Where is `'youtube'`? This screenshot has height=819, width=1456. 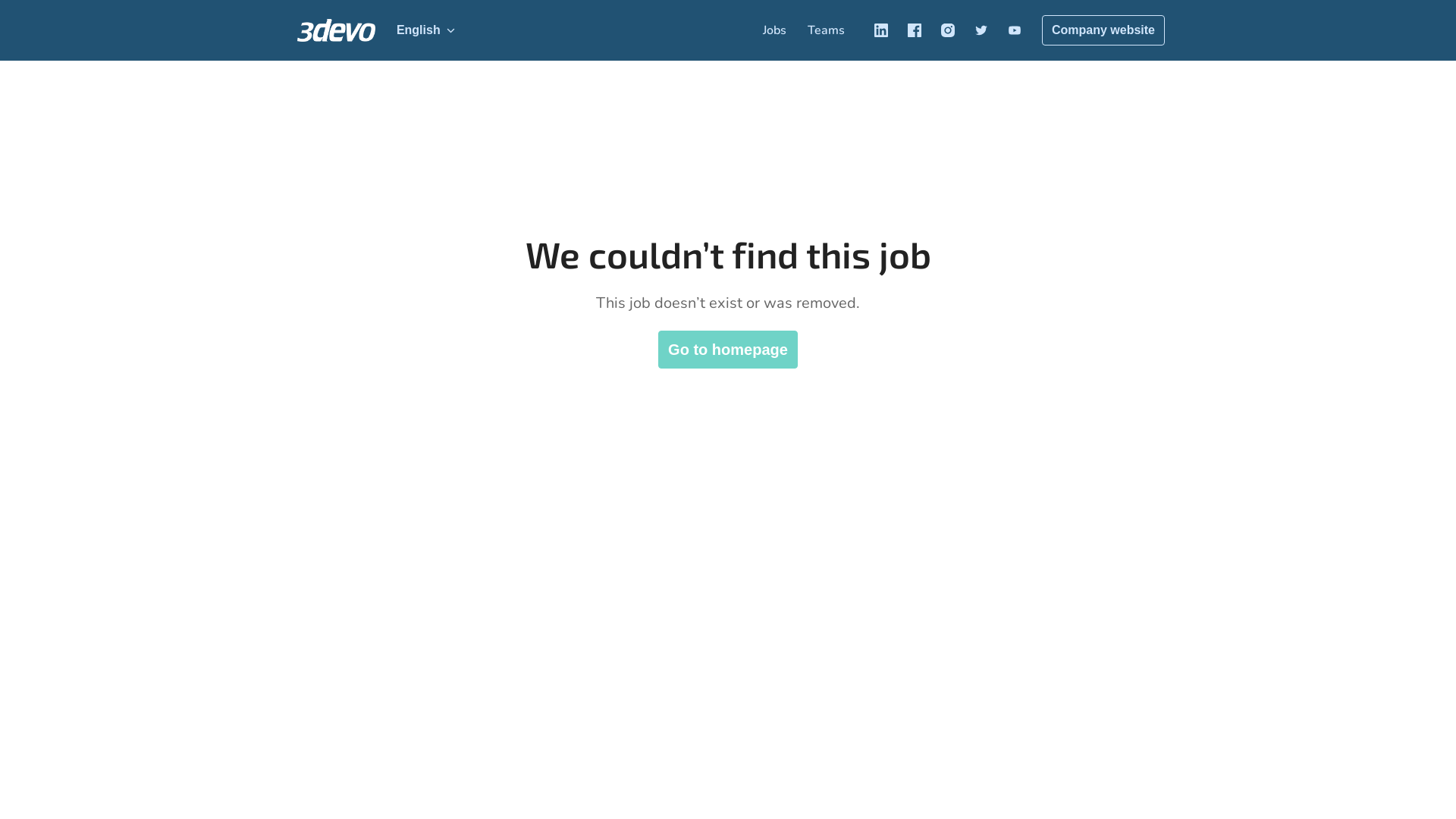
'youtube' is located at coordinates (1015, 30).